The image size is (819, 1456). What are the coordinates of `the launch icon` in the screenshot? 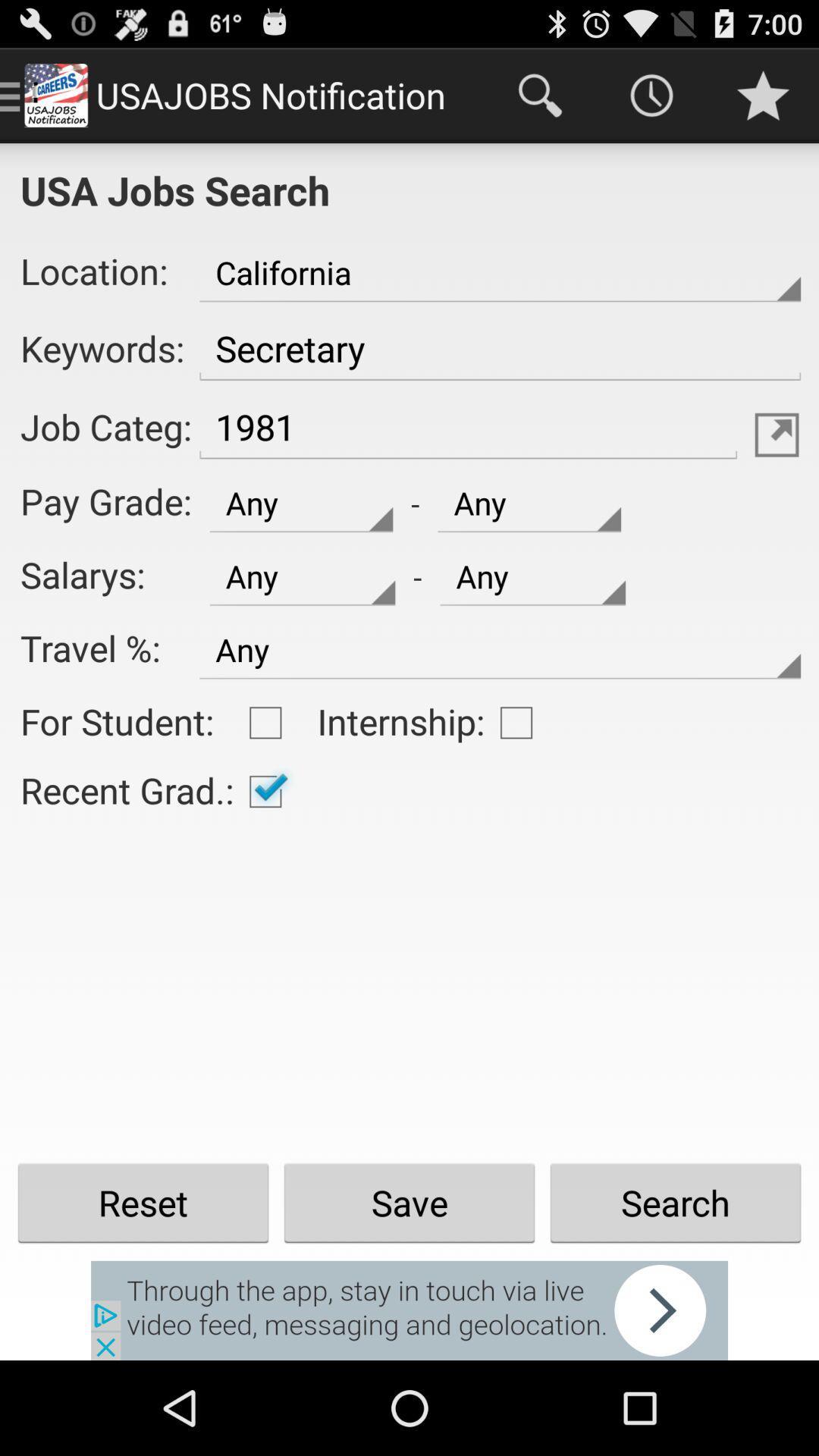 It's located at (777, 465).